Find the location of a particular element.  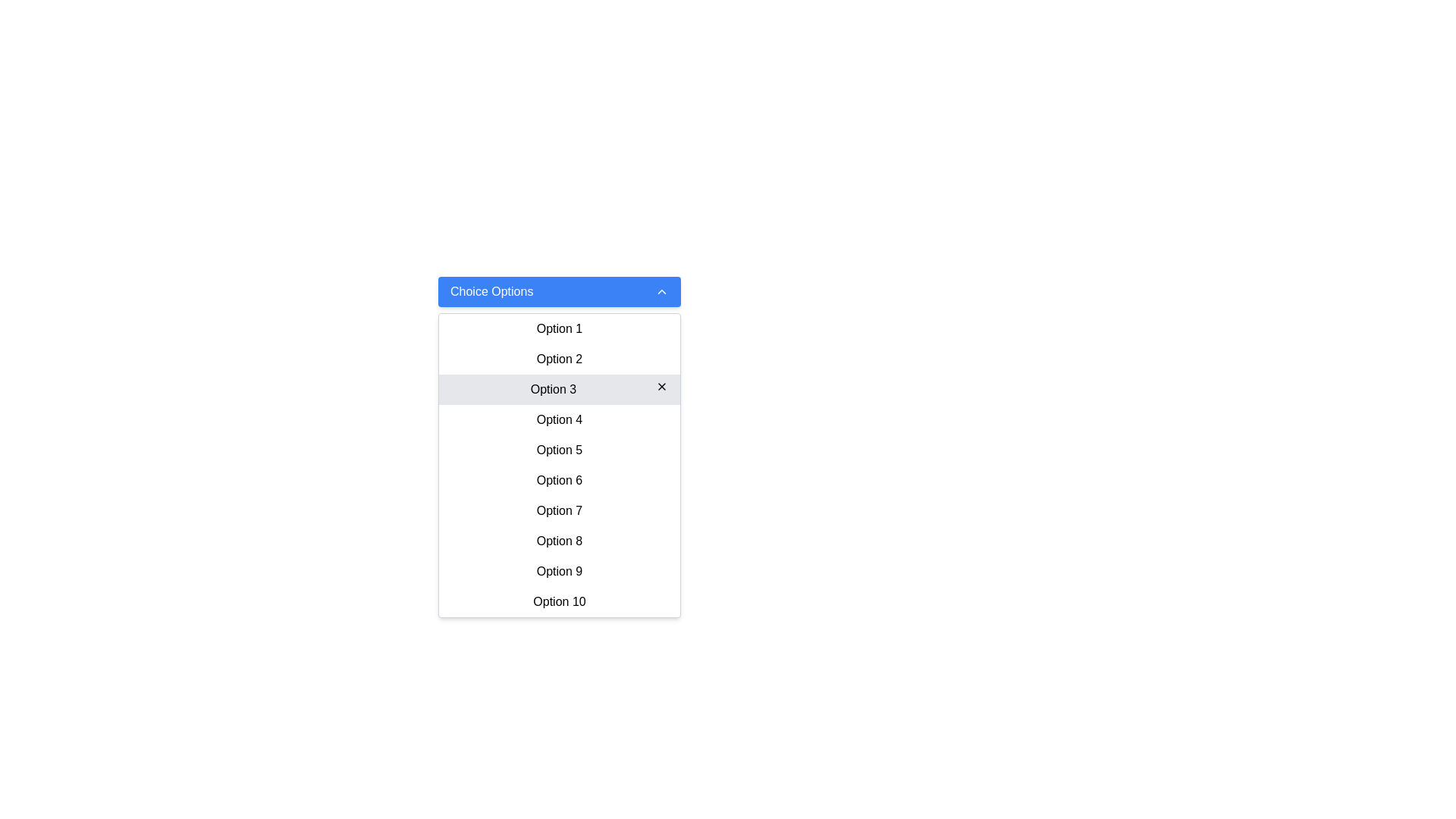

the seventh option in the dropdown menu is located at coordinates (559, 511).